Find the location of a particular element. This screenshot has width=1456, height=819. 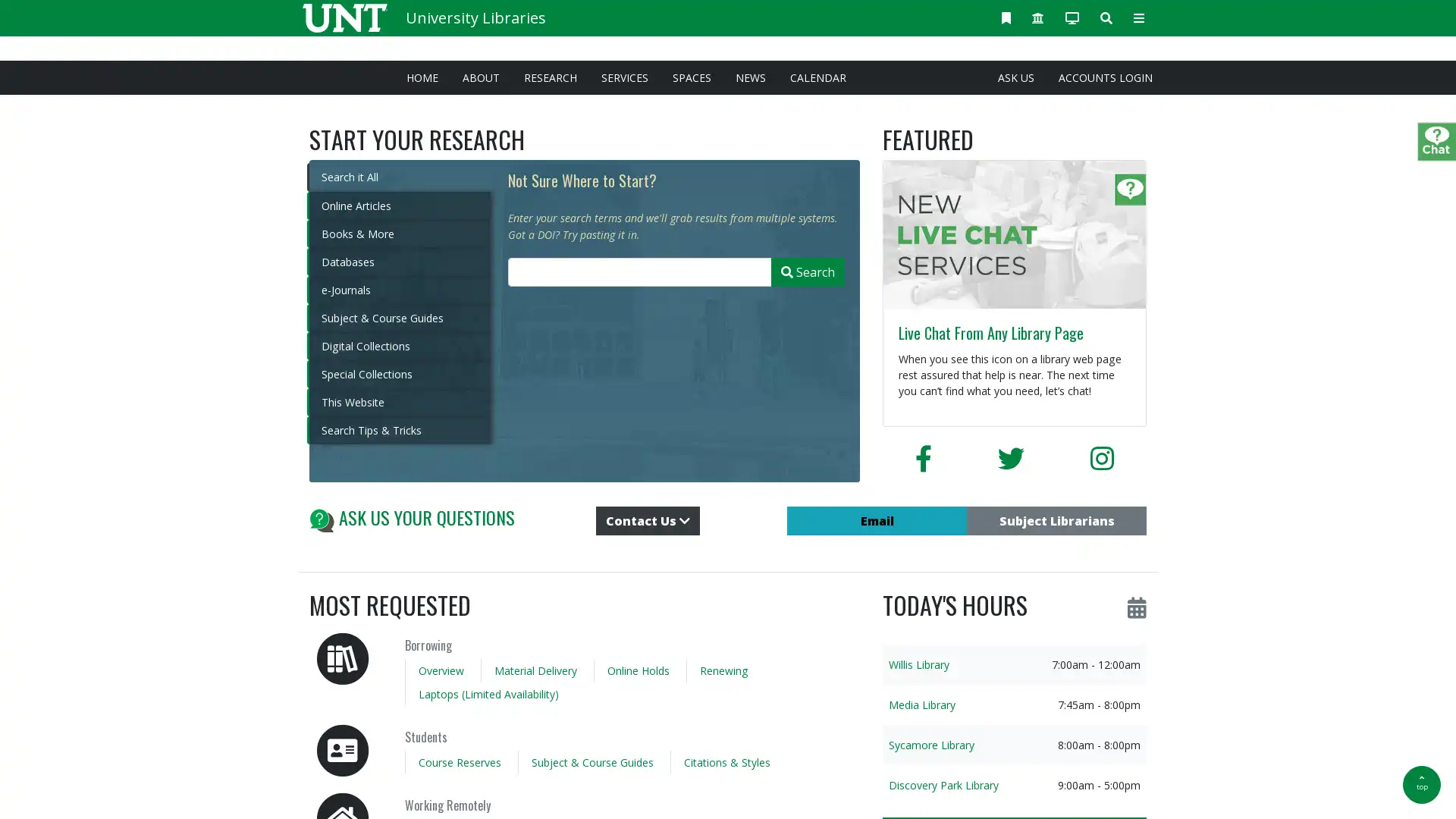

Contact Us Toggle Dropdown is located at coordinates (648, 519).